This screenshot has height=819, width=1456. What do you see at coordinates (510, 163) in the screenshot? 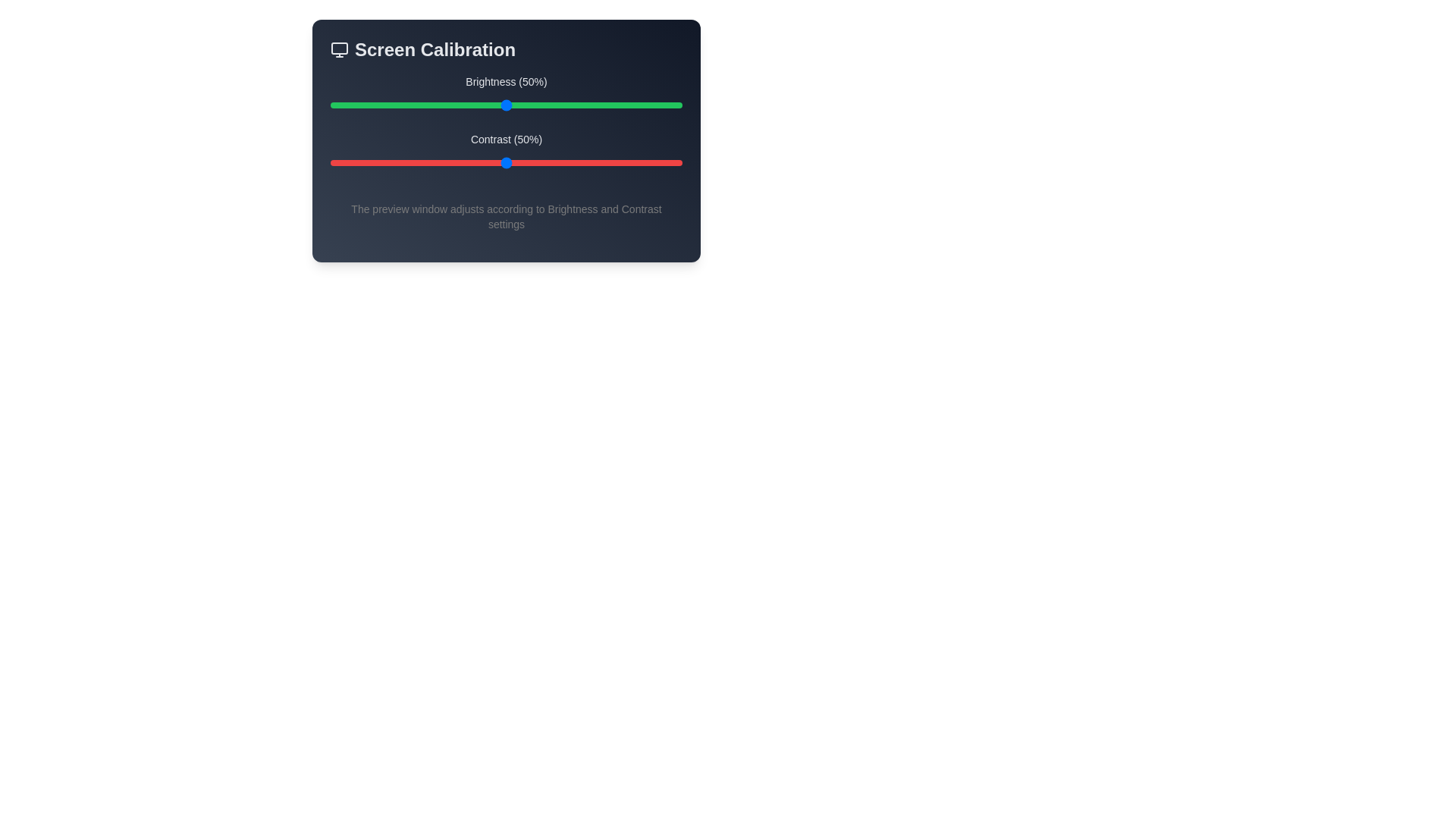
I see `the contrast slider to 51%` at bounding box center [510, 163].